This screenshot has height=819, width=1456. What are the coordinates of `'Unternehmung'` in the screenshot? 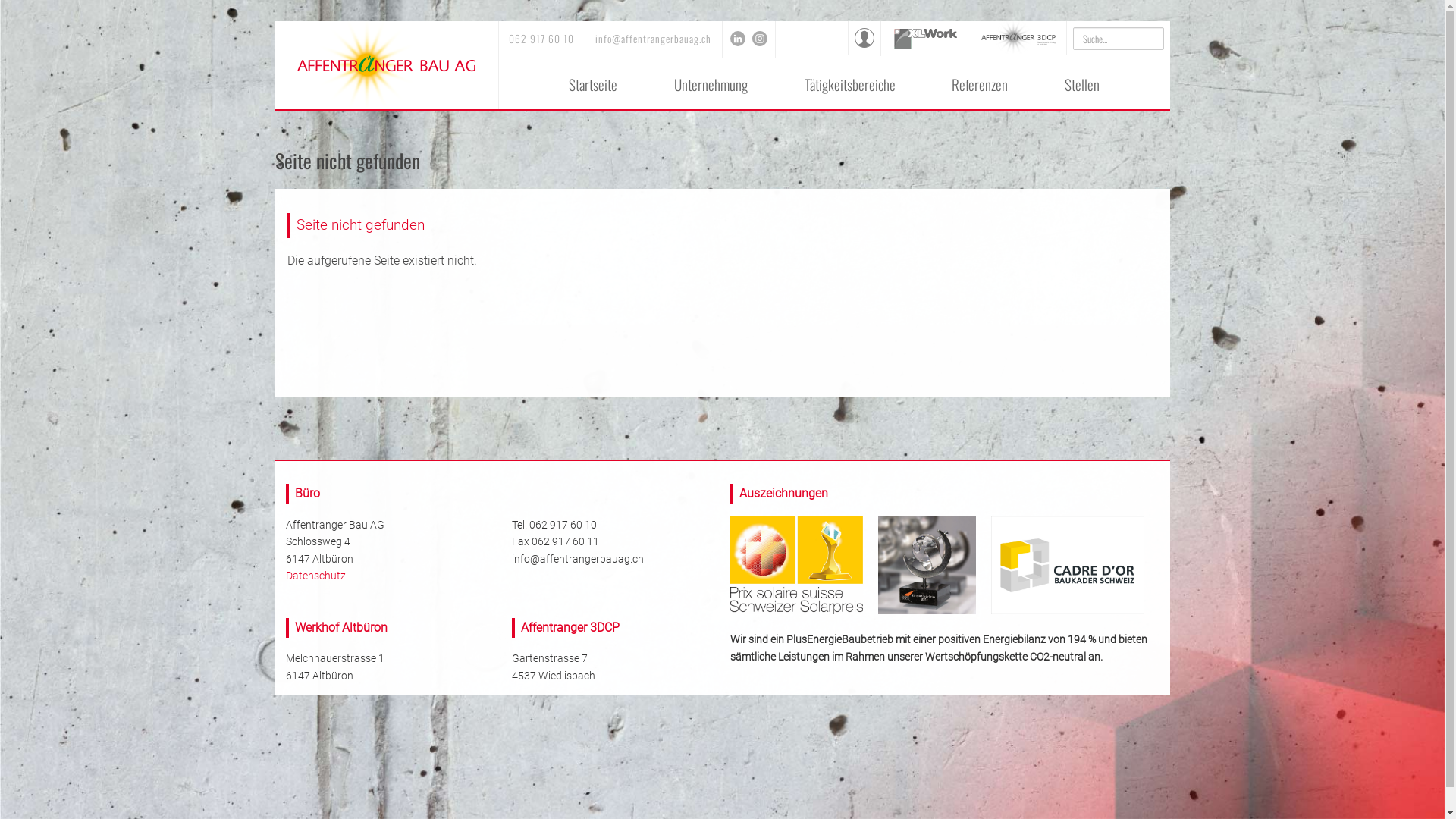 It's located at (709, 84).